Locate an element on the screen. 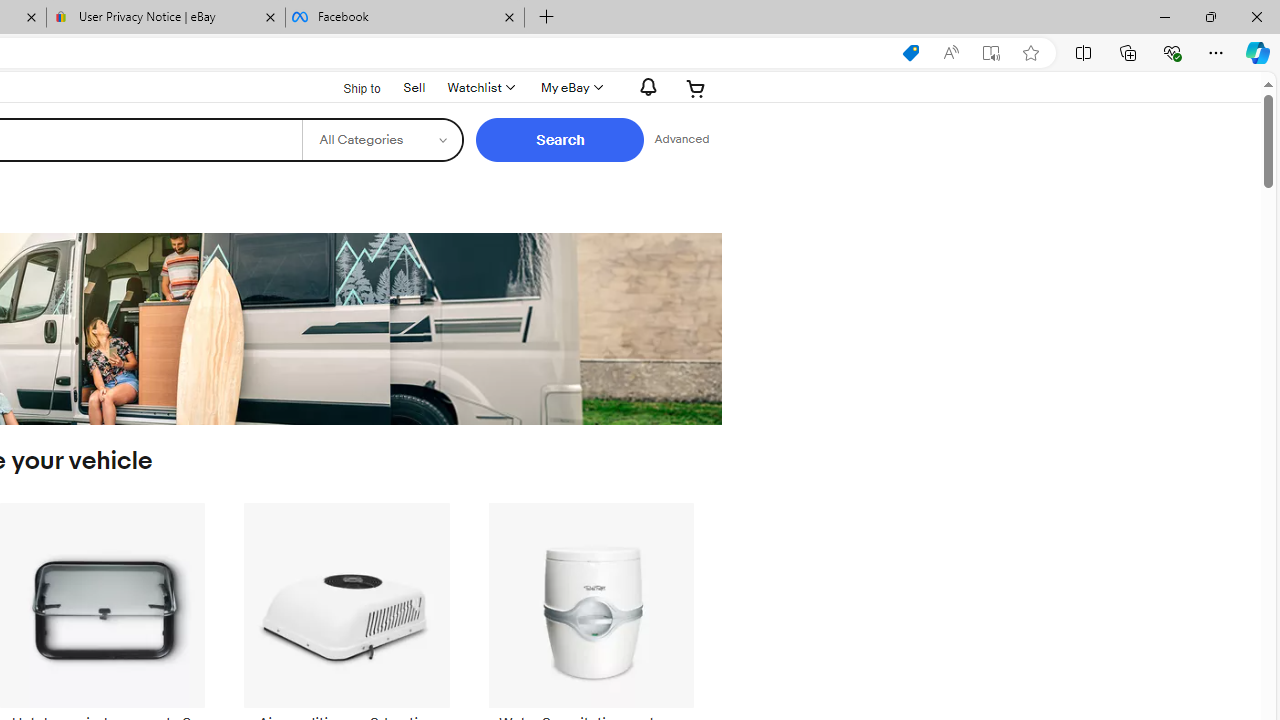 This screenshot has height=720, width=1280. 'Sell' is located at coordinates (413, 86).